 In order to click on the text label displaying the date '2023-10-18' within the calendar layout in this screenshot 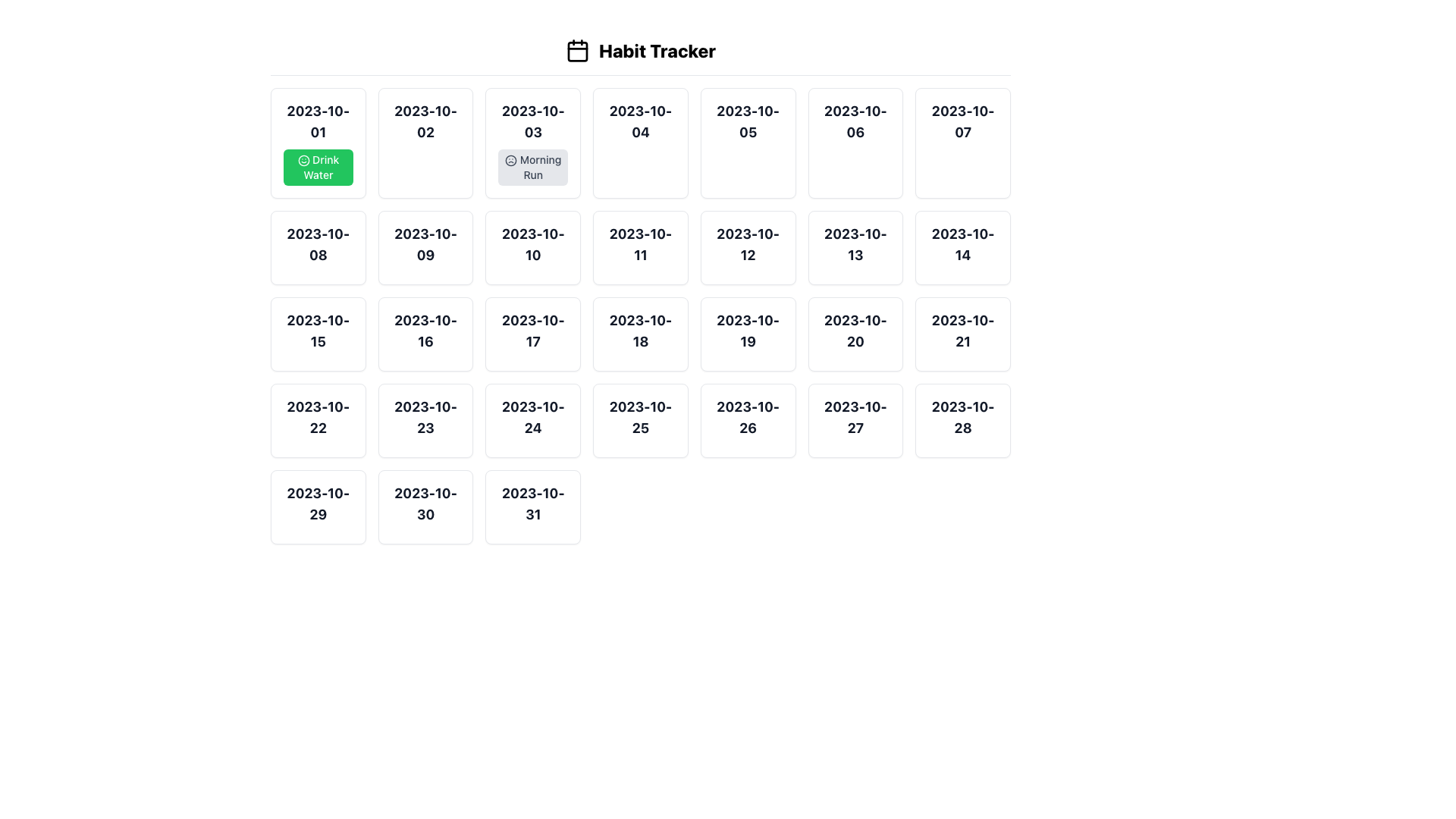, I will do `click(640, 330)`.